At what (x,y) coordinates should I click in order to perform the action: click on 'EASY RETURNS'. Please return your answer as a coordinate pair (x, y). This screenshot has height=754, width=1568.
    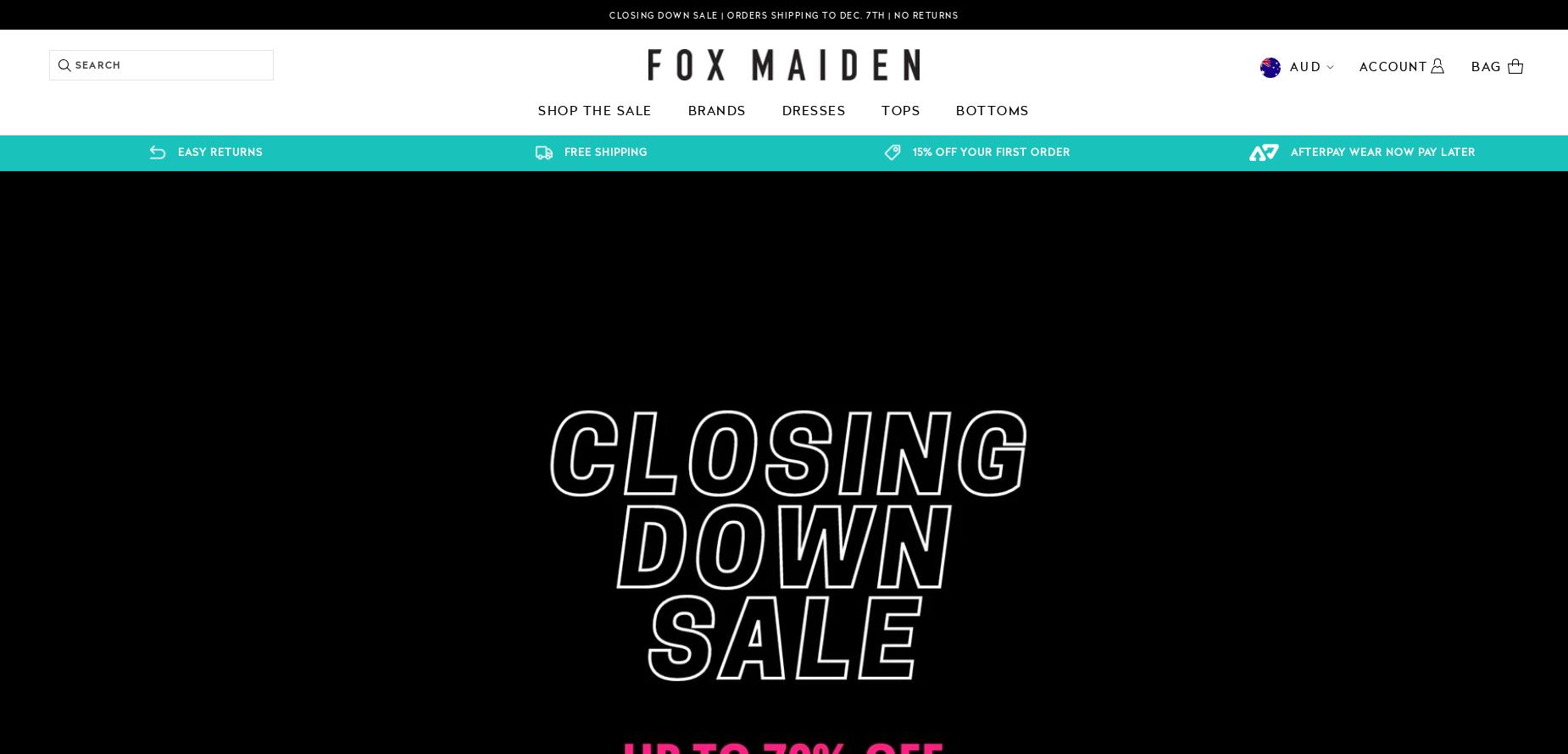
    Looking at the image, I should click on (219, 152).